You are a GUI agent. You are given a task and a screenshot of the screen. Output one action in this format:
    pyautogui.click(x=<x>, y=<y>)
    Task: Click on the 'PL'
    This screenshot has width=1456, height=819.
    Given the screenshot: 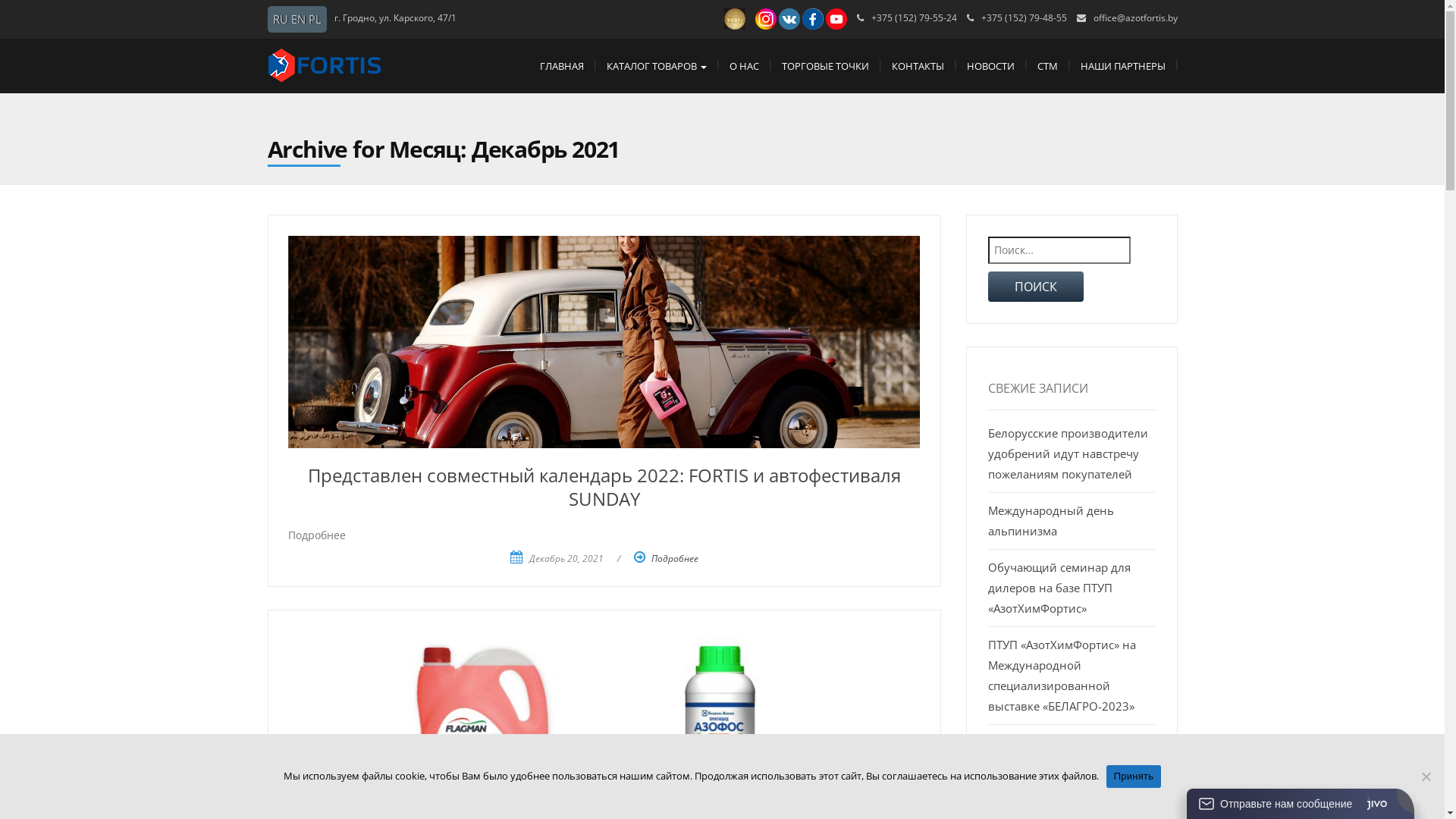 What is the action you would take?
    pyautogui.click(x=313, y=18)
    